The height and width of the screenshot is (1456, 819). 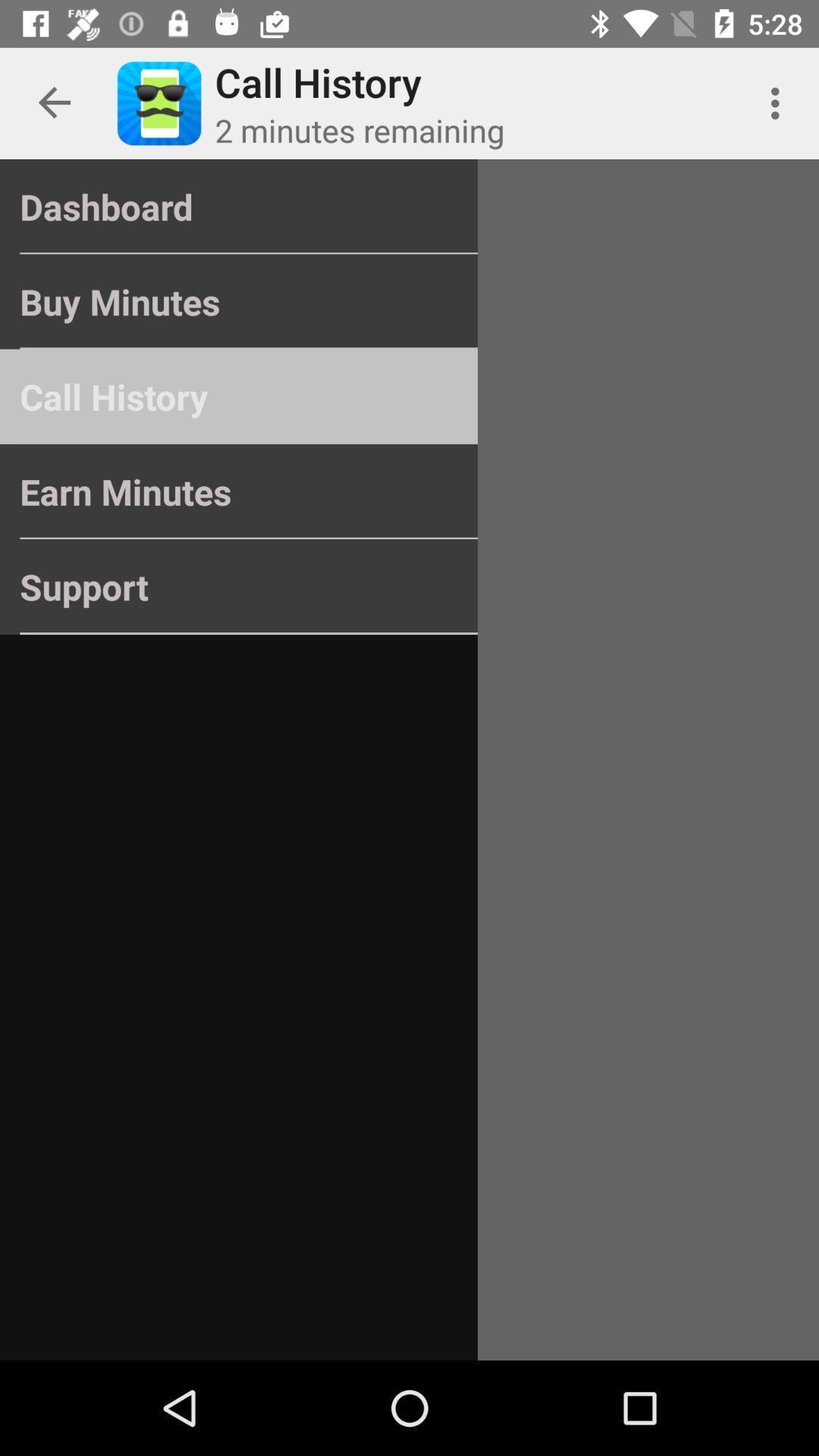 What do you see at coordinates (239, 585) in the screenshot?
I see `the support icon` at bounding box center [239, 585].